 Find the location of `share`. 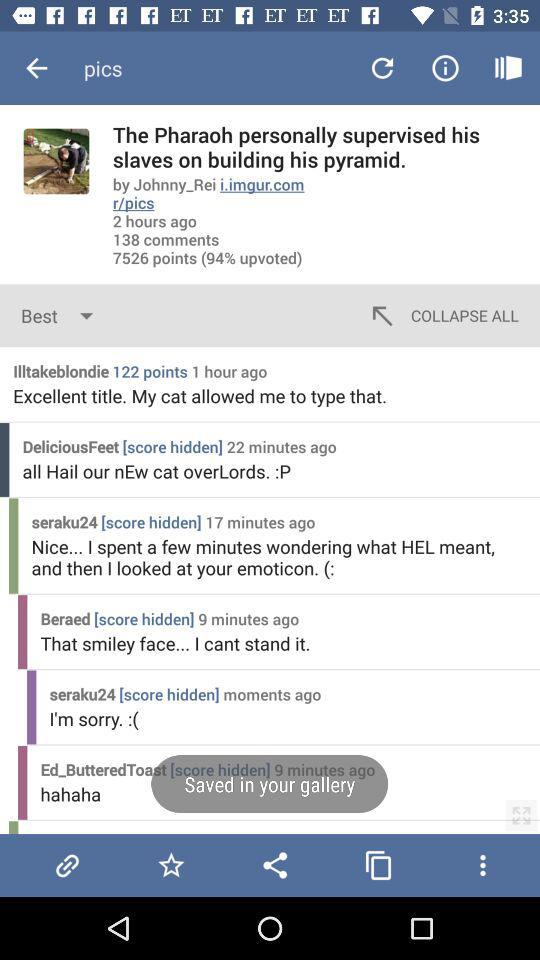

share is located at coordinates (274, 864).